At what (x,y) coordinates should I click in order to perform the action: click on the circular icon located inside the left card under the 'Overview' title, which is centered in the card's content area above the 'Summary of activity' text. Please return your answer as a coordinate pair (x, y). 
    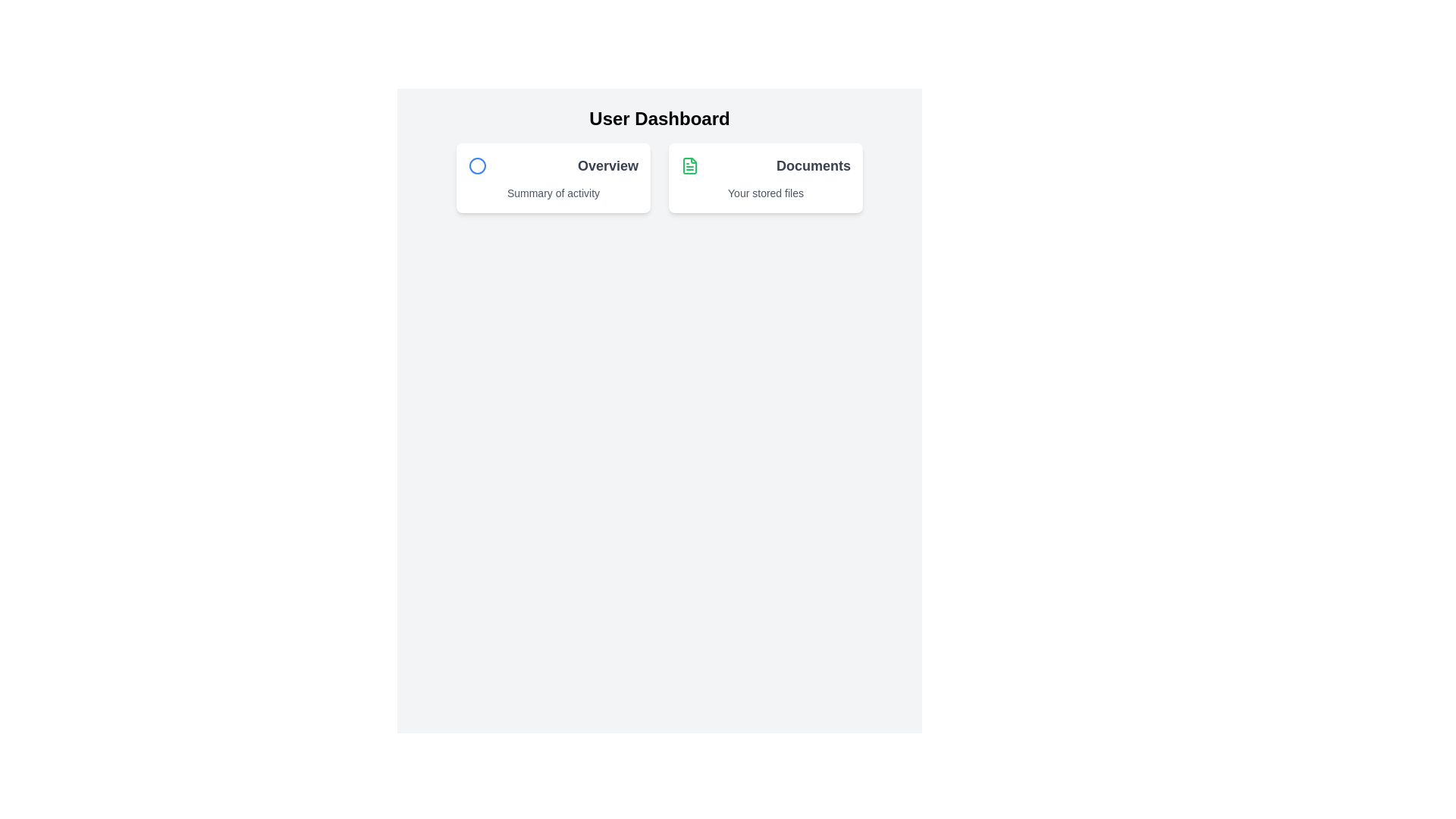
    Looking at the image, I should click on (476, 166).